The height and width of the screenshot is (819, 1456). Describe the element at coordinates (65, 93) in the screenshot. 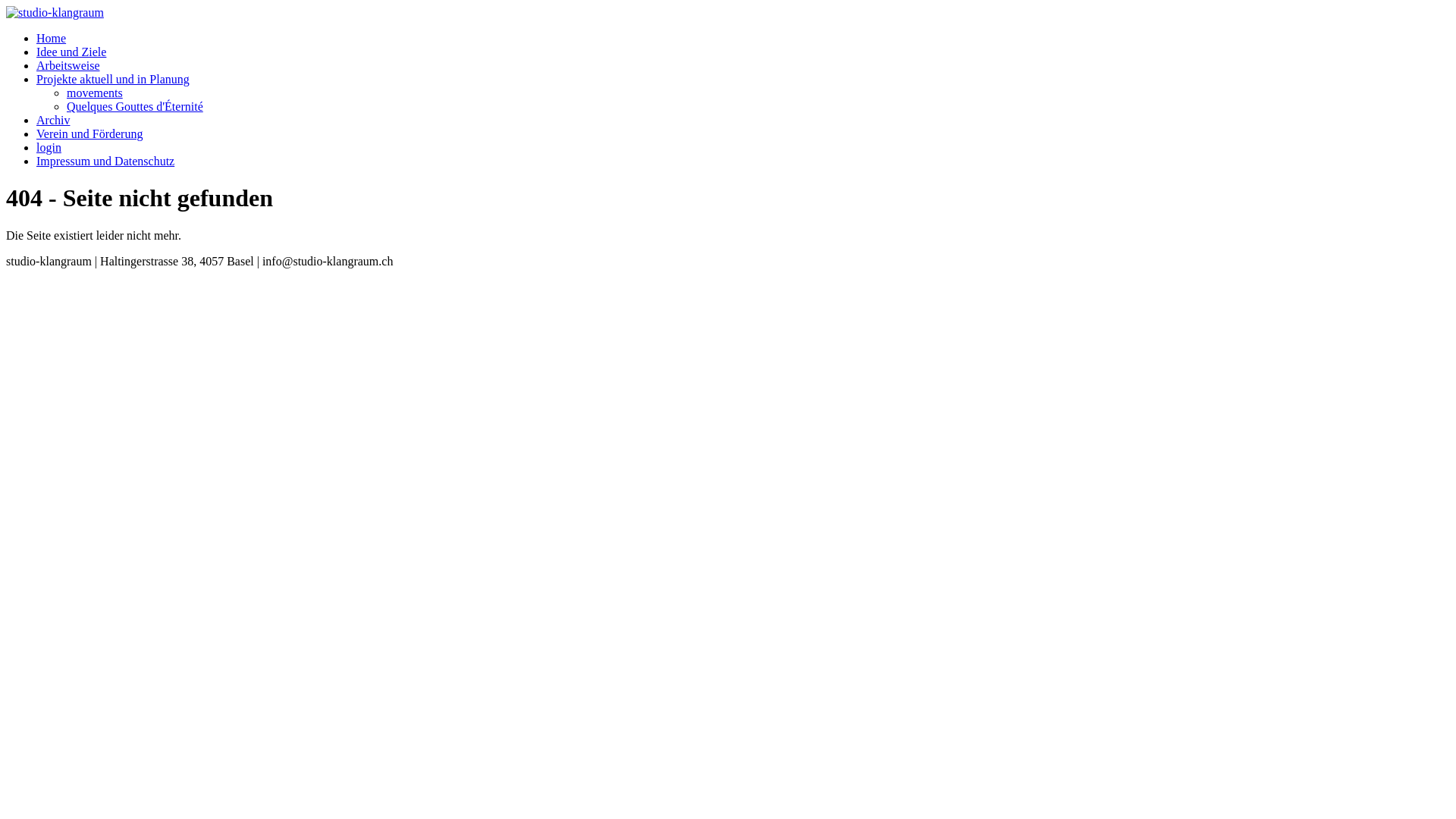

I see `'movements'` at that location.